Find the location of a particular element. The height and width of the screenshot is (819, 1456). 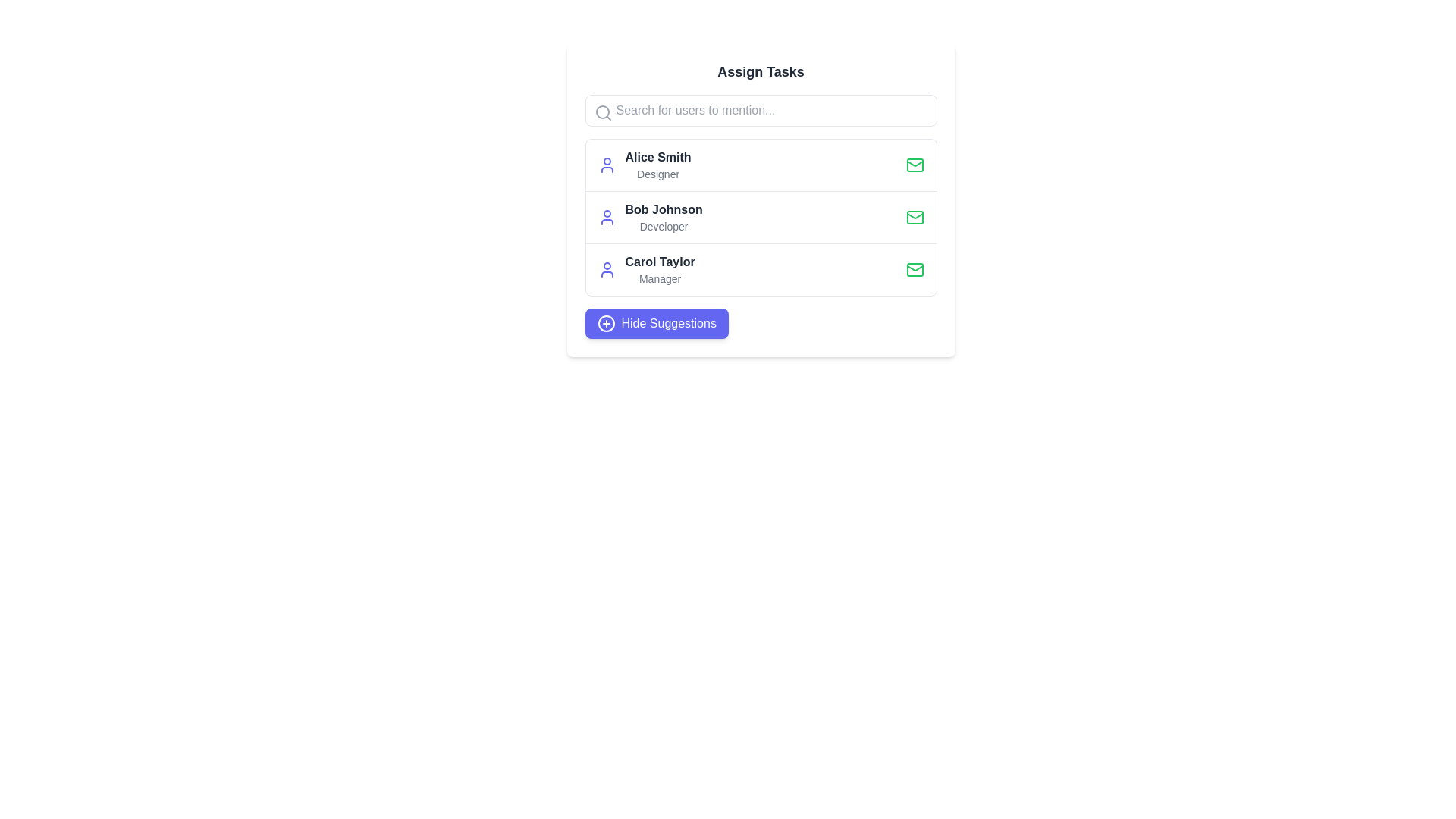

the button located at the bottom of the task assignment card is located at coordinates (657, 323).